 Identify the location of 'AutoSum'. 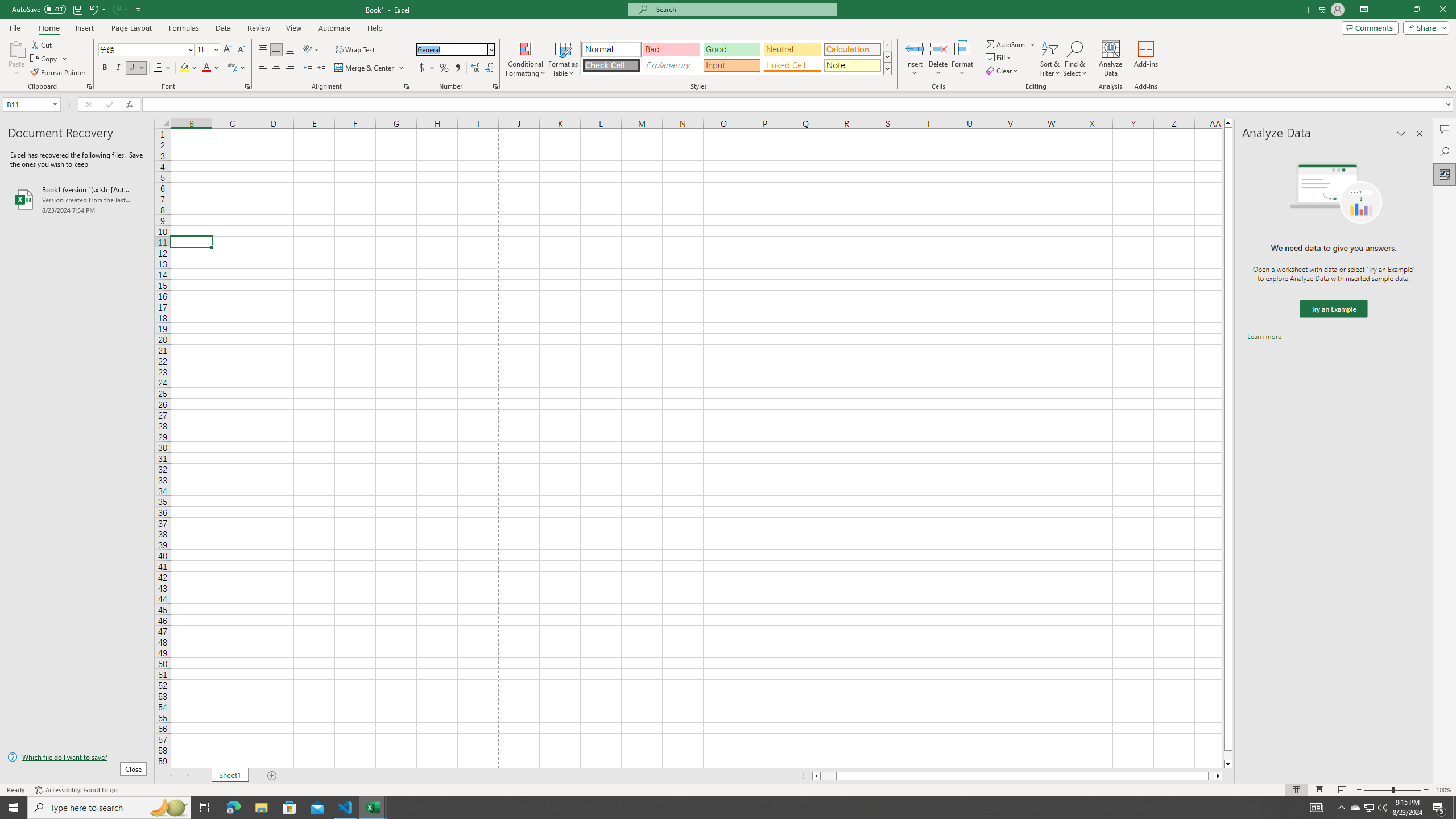
(1011, 44).